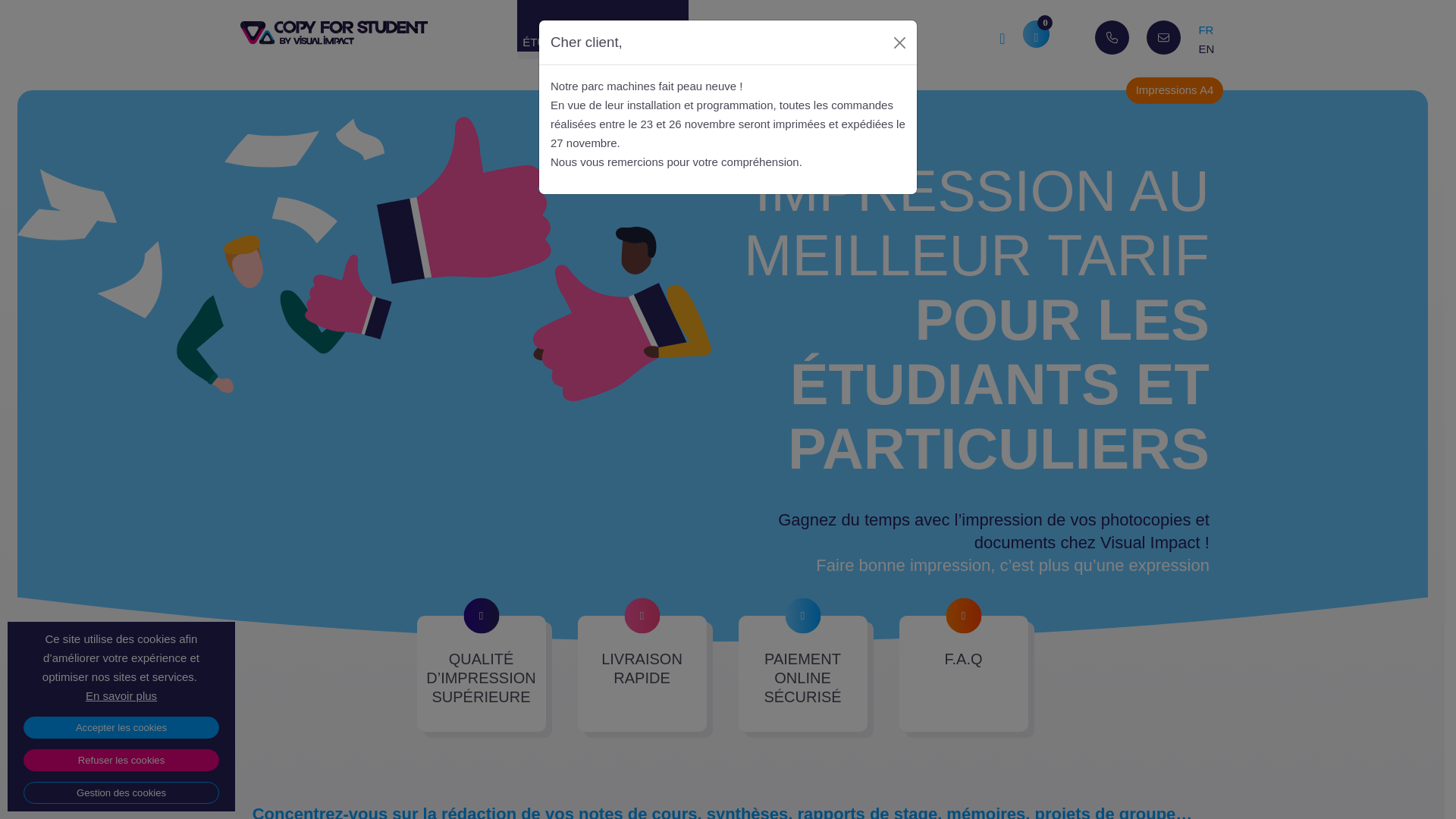 The image size is (1456, 819). What do you see at coordinates (963, 673) in the screenshot?
I see `'F.A.Q'` at bounding box center [963, 673].